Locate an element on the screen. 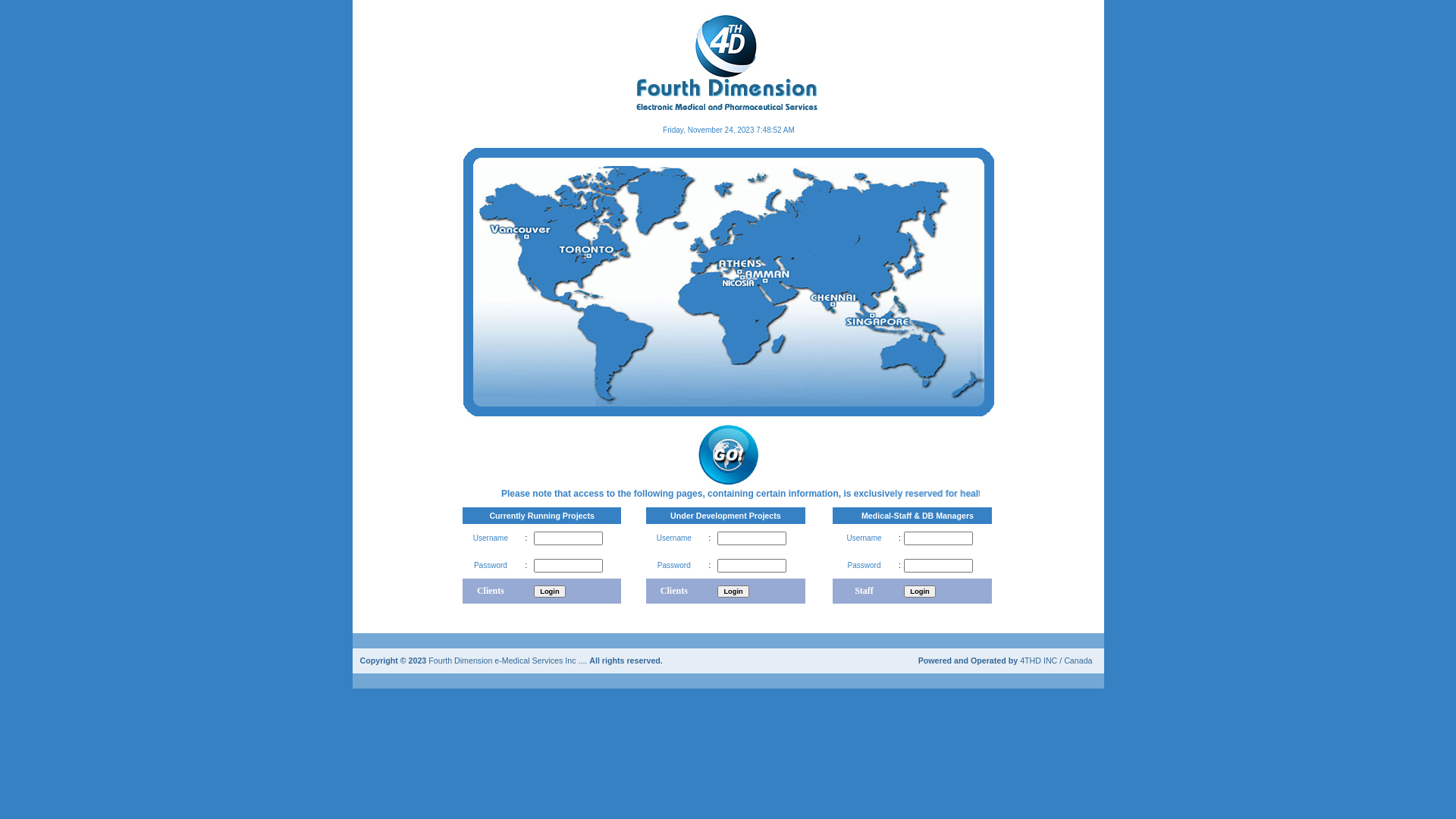 This screenshot has width=1456, height=819. 'Fourth Dimension e-Medical Services Inc ....' is located at coordinates (509, 658).